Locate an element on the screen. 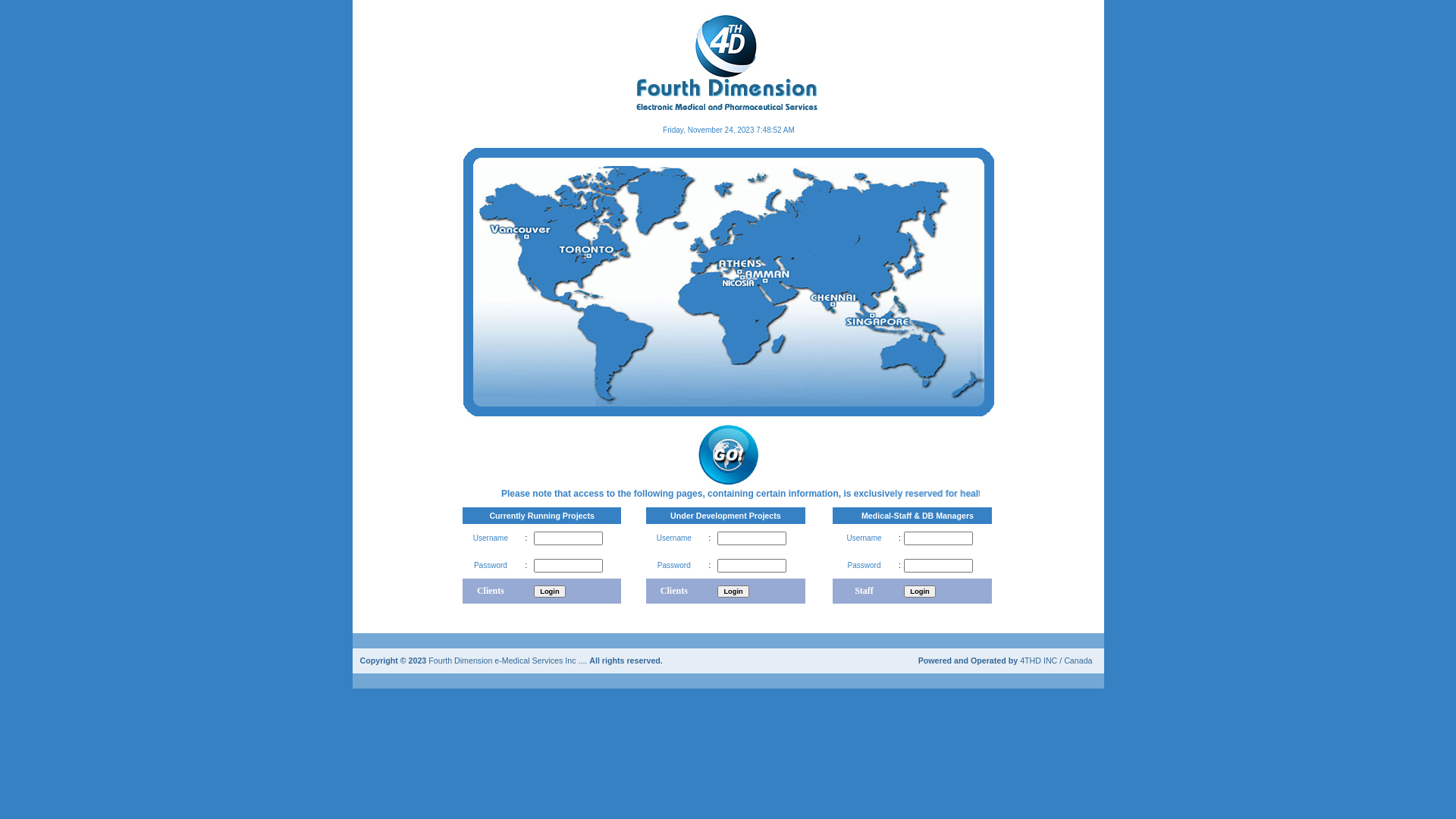 This screenshot has width=1456, height=819. 'Fourth Dimension e-Medical Services Inc ....' is located at coordinates (509, 658).